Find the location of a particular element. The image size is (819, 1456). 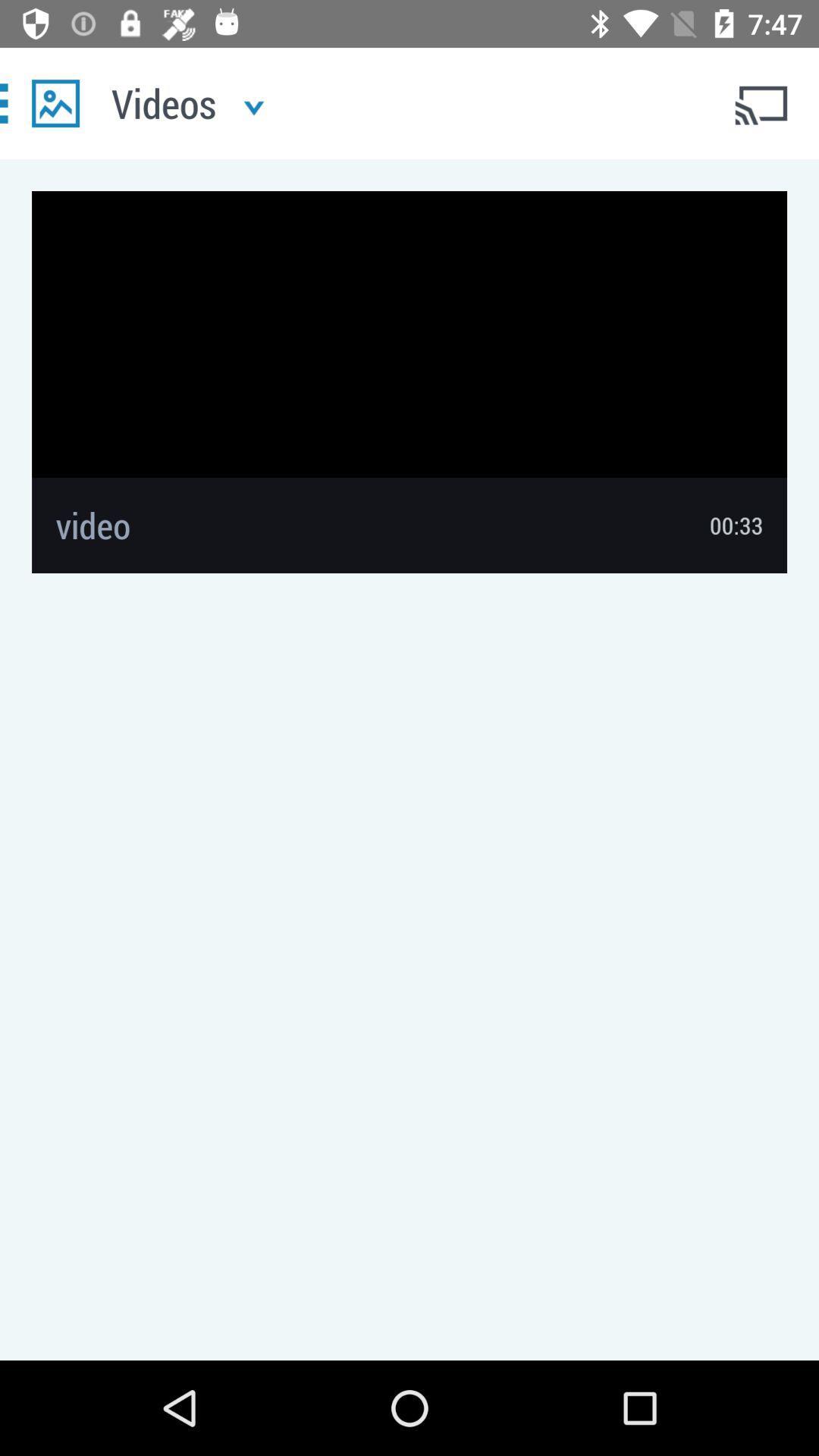

the wallpaper icon is located at coordinates (55, 102).